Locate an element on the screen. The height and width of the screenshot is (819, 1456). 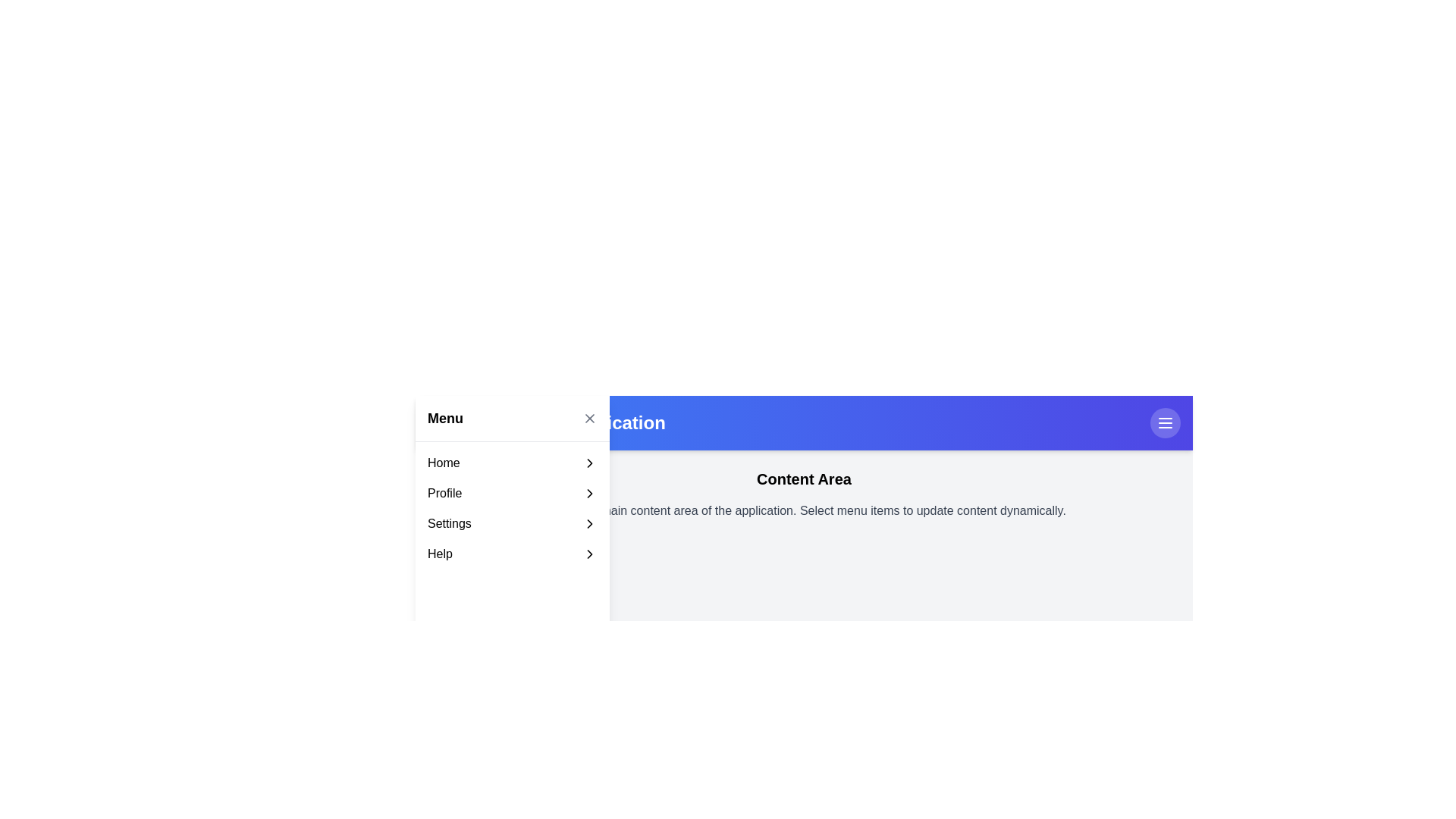
the static text content that instructs users to select menu items to update content dynamically, which is styled in a smaller, gray font and located below the title 'Content Area' is located at coordinates (803, 511).